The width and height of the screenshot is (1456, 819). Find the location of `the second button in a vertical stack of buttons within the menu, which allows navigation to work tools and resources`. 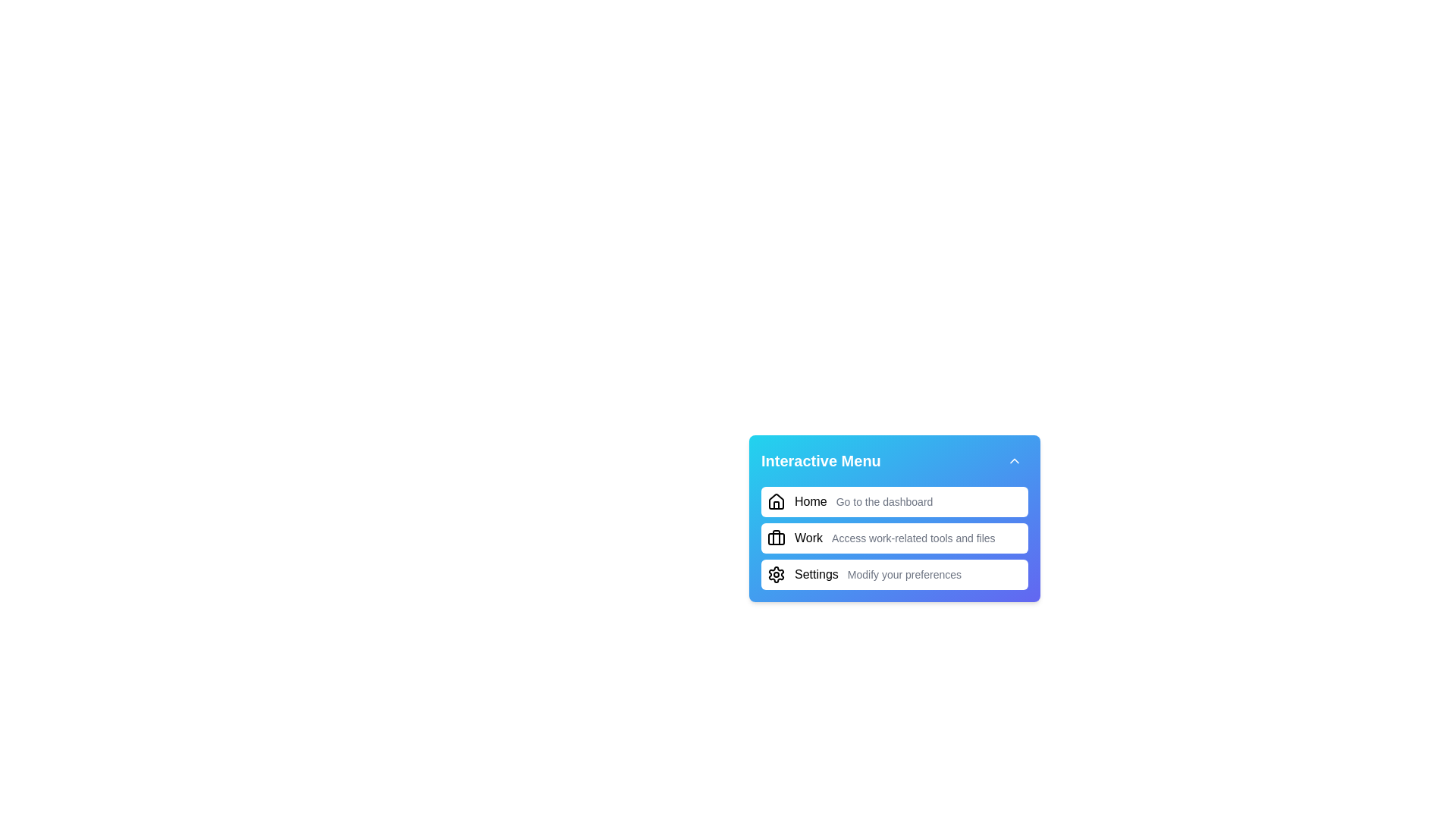

the second button in a vertical stack of buttons within the menu, which allows navigation to work tools and resources is located at coordinates (895, 537).